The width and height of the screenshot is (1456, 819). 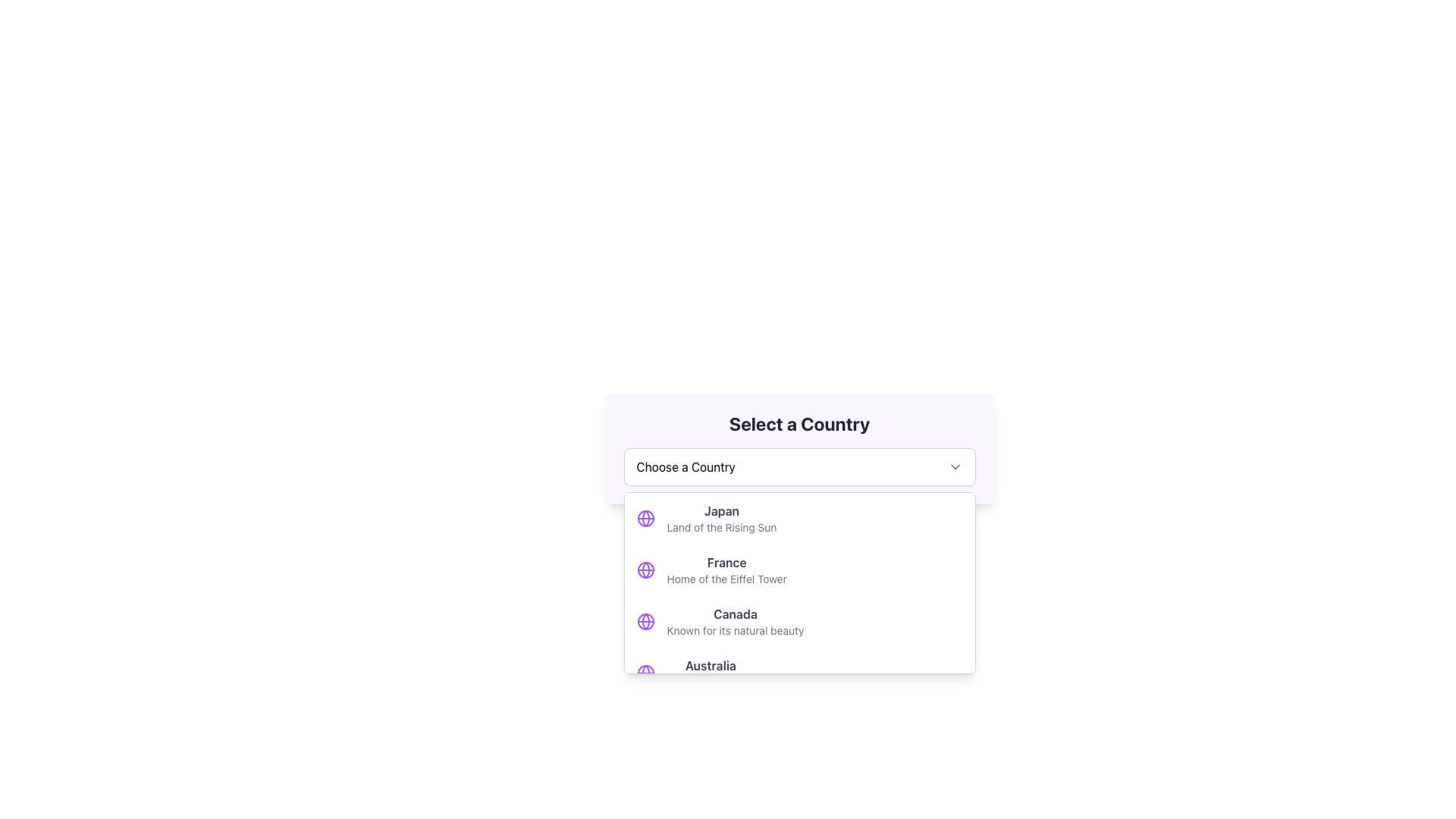 What do you see at coordinates (735, 614) in the screenshot?
I see `the text element displaying 'Canada' in the dropdown menu 'Select a Country'` at bounding box center [735, 614].